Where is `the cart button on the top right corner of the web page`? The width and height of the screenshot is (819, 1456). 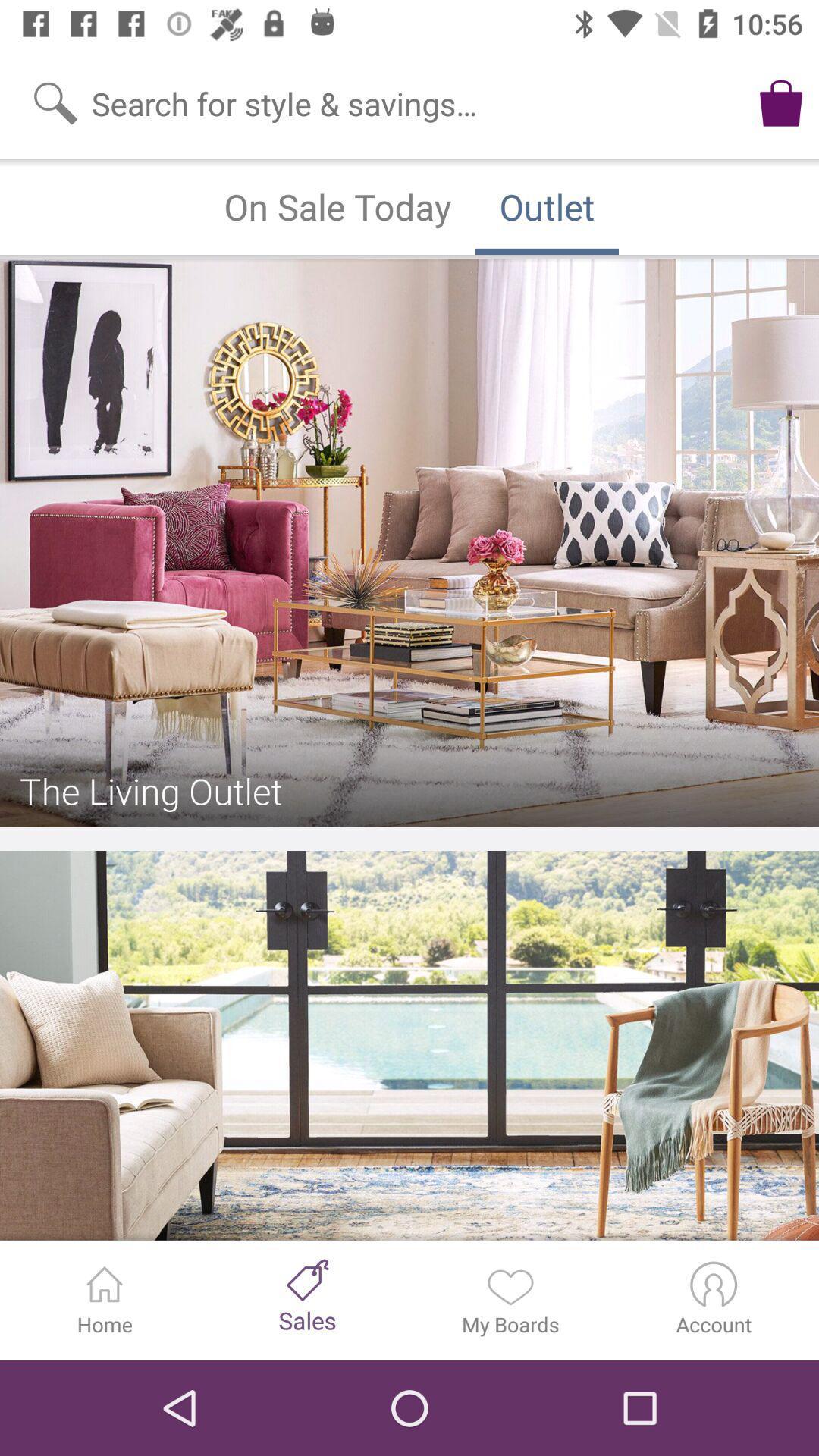
the cart button on the top right corner of the web page is located at coordinates (780, 102).